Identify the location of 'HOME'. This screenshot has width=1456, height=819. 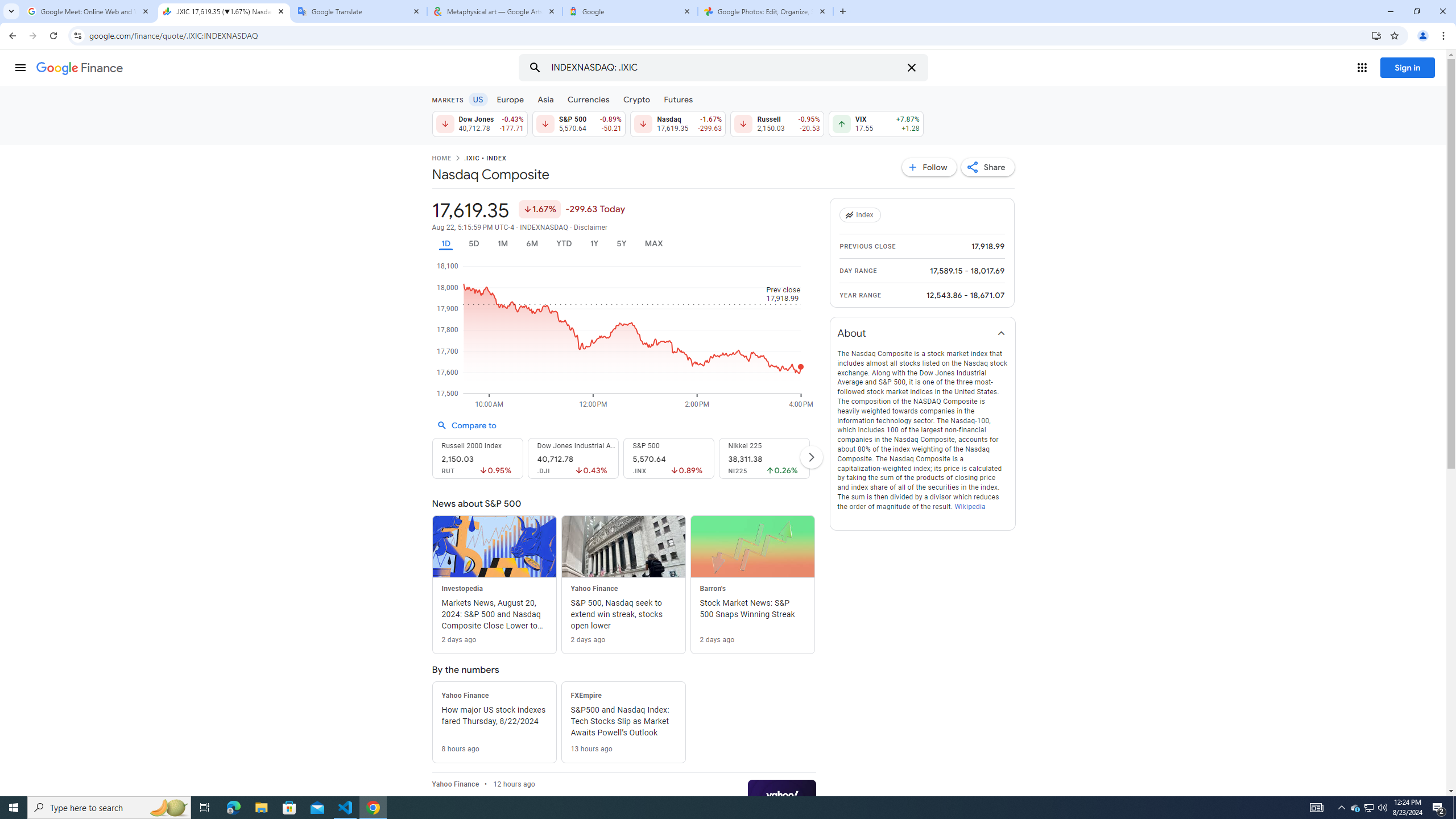
(440, 159).